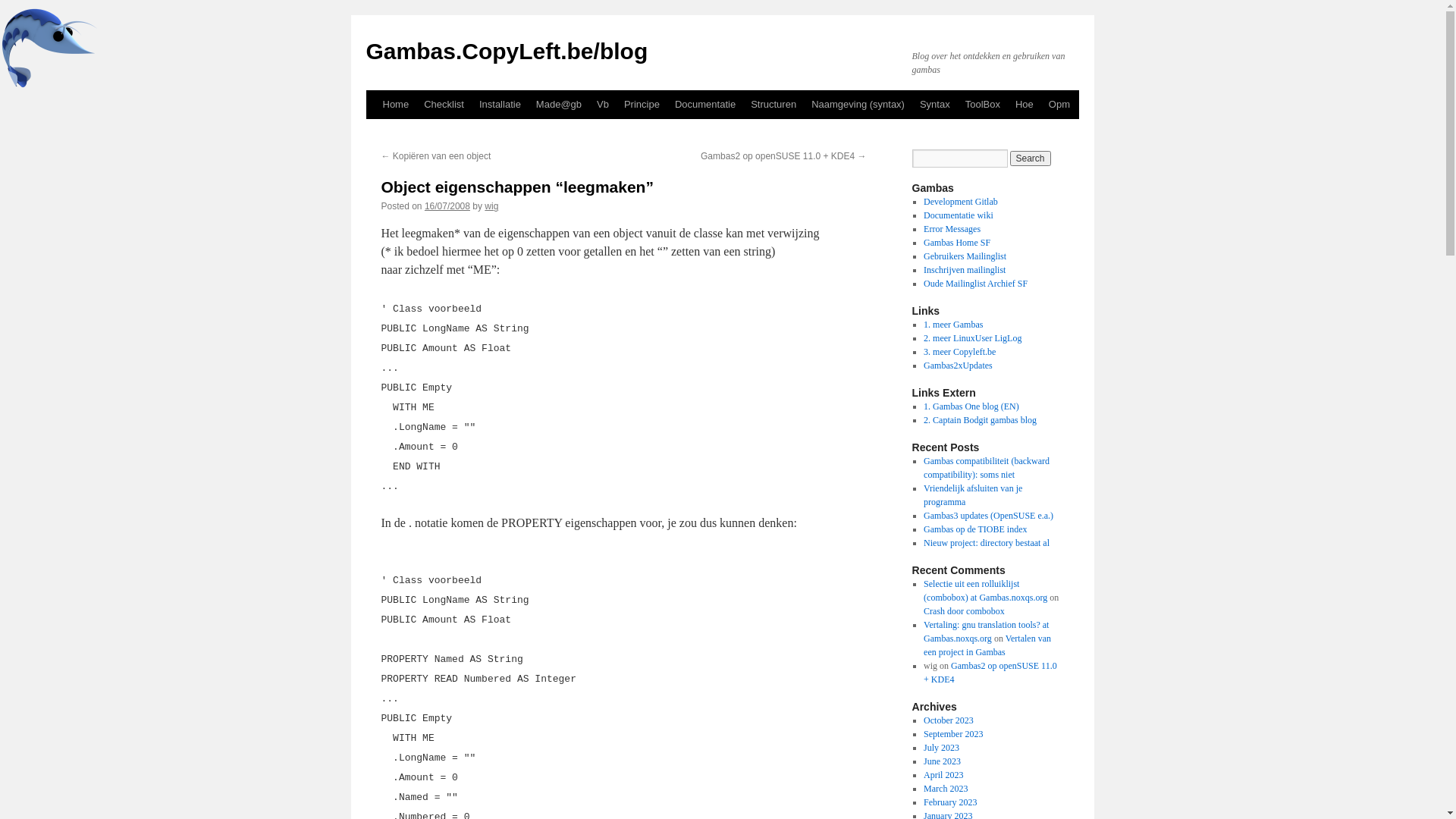 The height and width of the screenshot is (819, 1456). I want to click on 'Gebruikers Mailinglist', so click(964, 256).